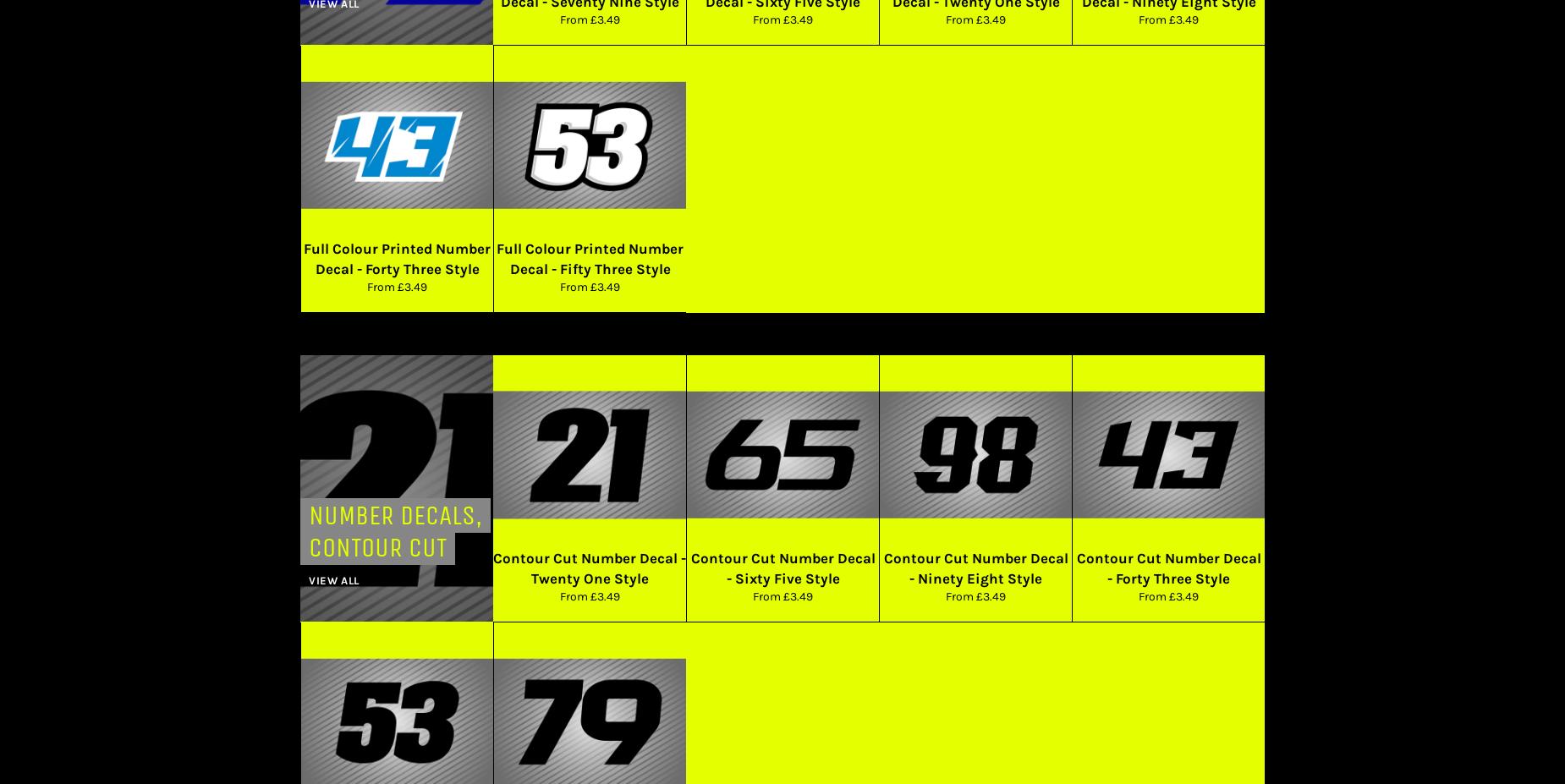  What do you see at coordinates (590, 258) in the screenshot?
I see `'Full Colour Printed Number Decal - Fifty Three Style'` at bounding box center [590, 258].